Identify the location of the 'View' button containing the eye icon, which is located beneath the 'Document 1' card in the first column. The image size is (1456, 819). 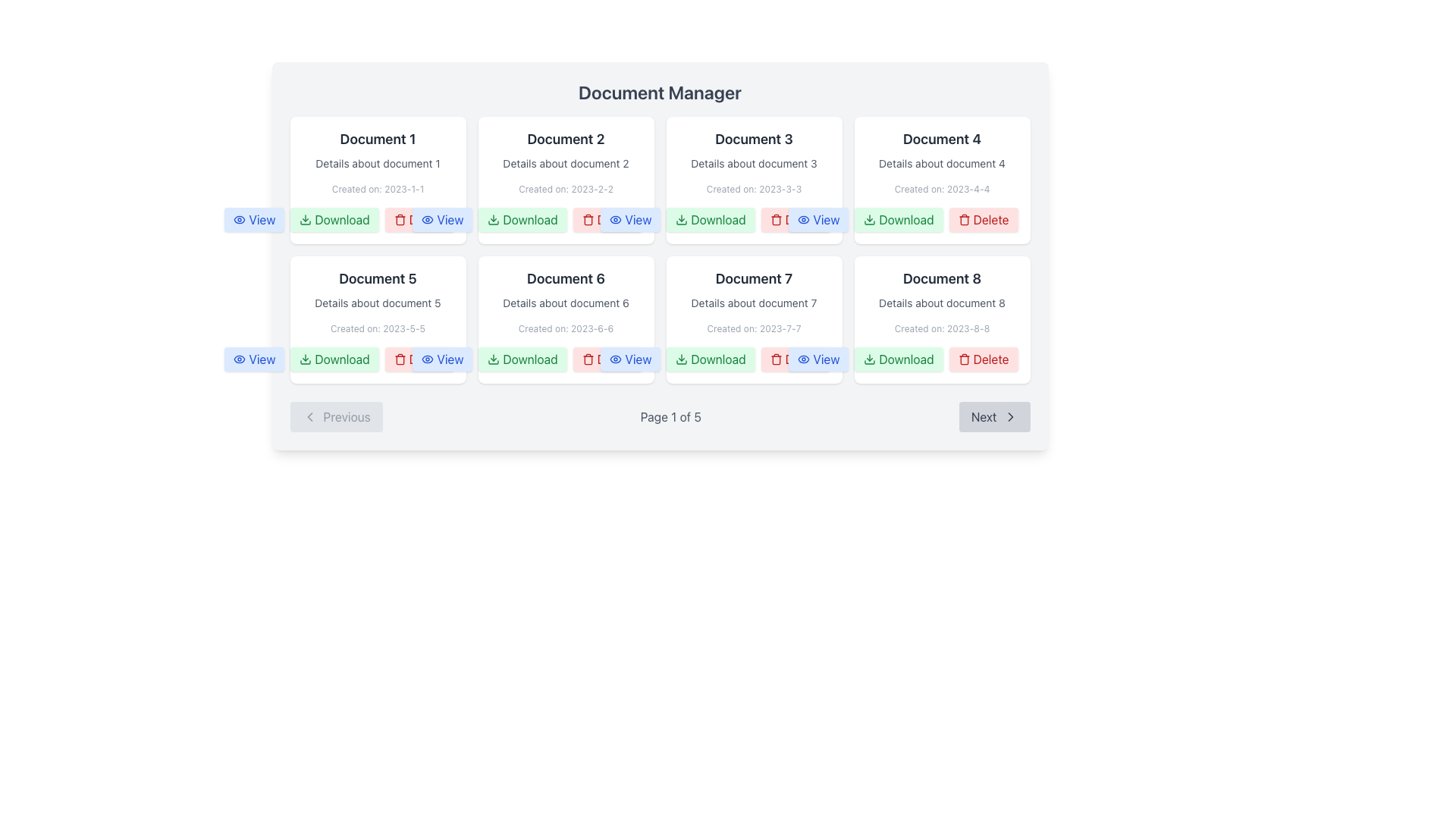
(239, 219).